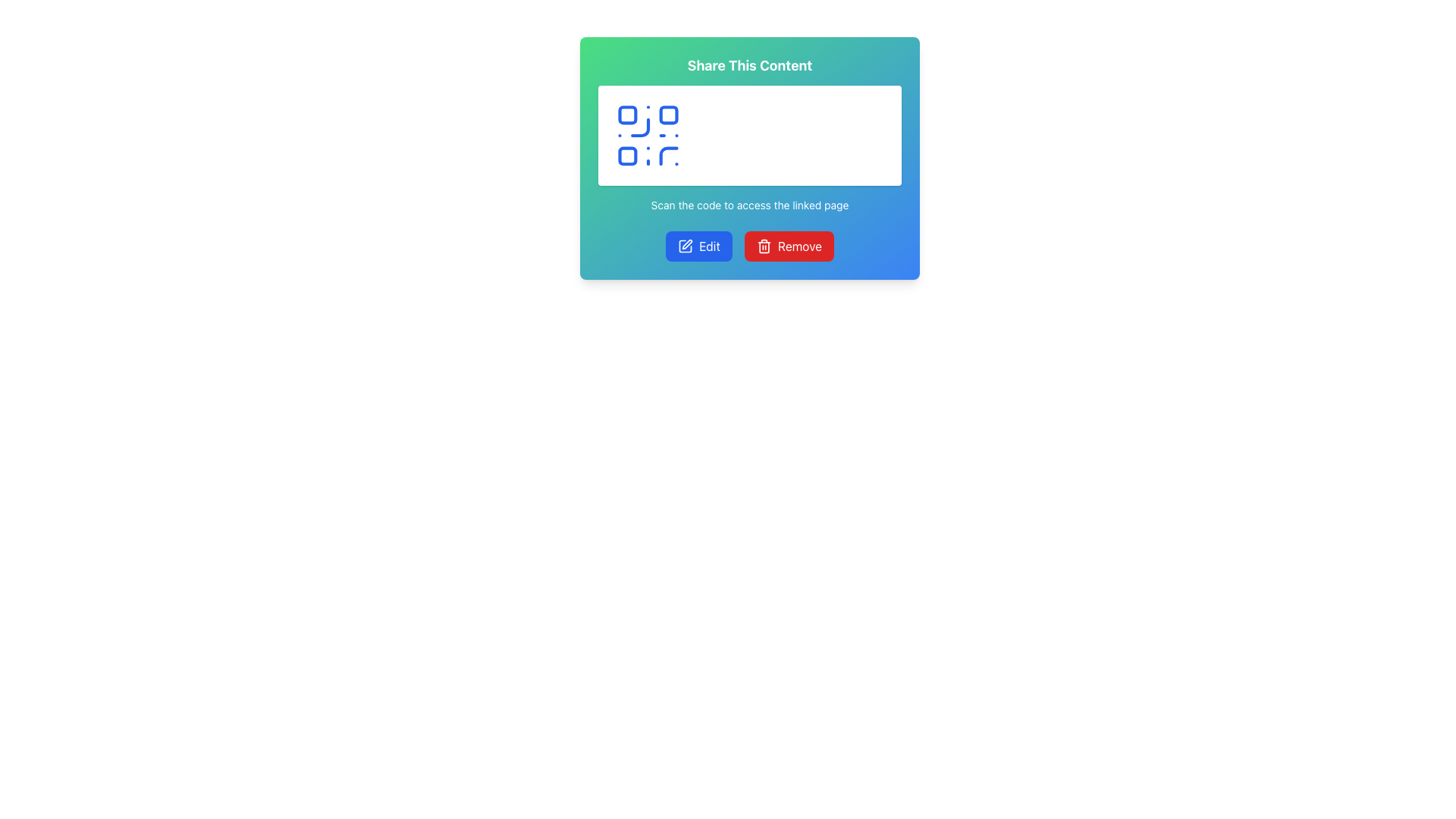  Describe the element at coordinates (764, 245) in the screenshot. I see `the red trash bin icon within the red 'Remove' button at the bottom-right of the 'Share This Content' dialog` at that location.